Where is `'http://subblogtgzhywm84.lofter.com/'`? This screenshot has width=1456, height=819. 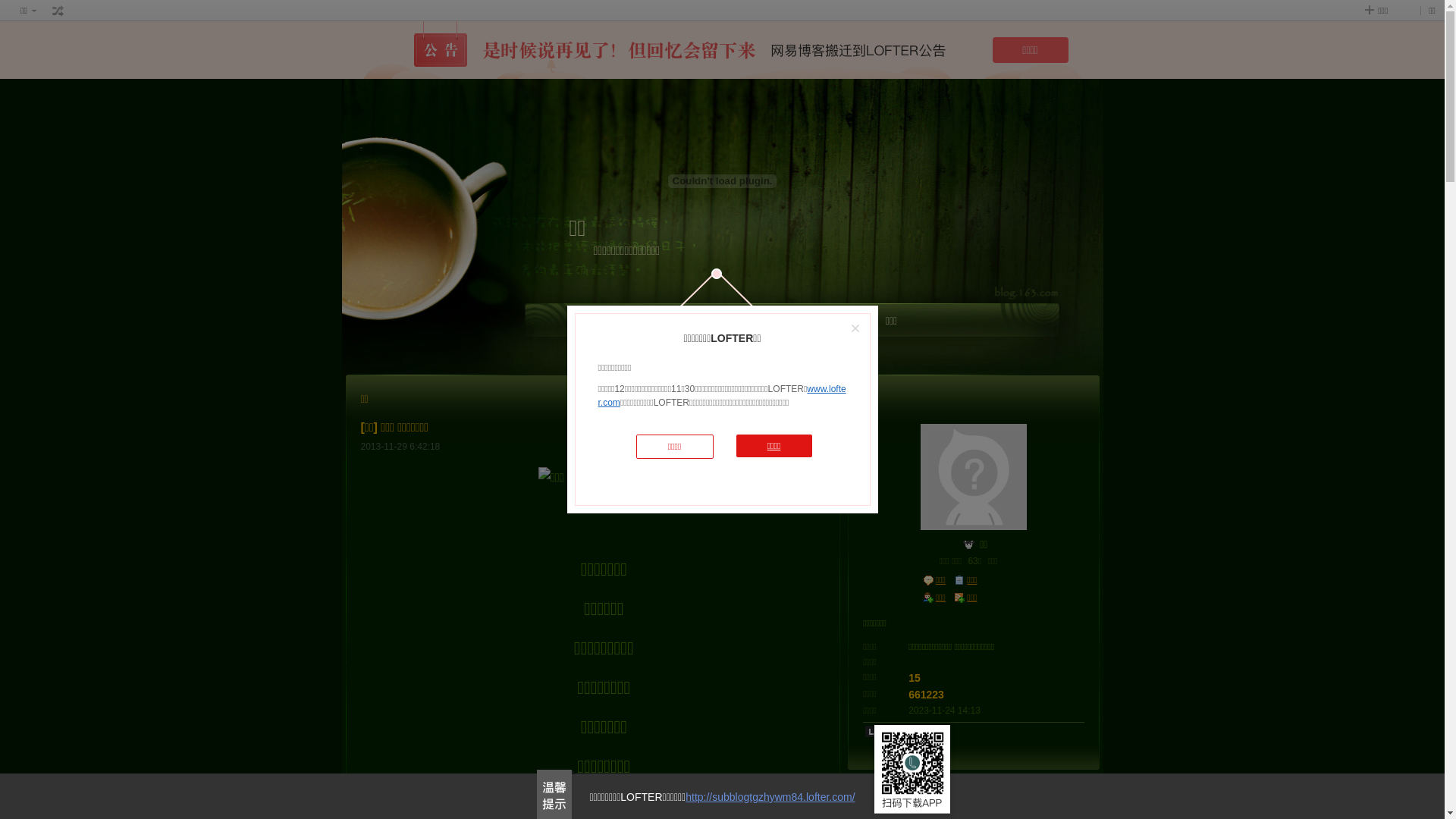
'http://subblogtgzhywm84.lofter.com/' is located at coordinates (770, 795).